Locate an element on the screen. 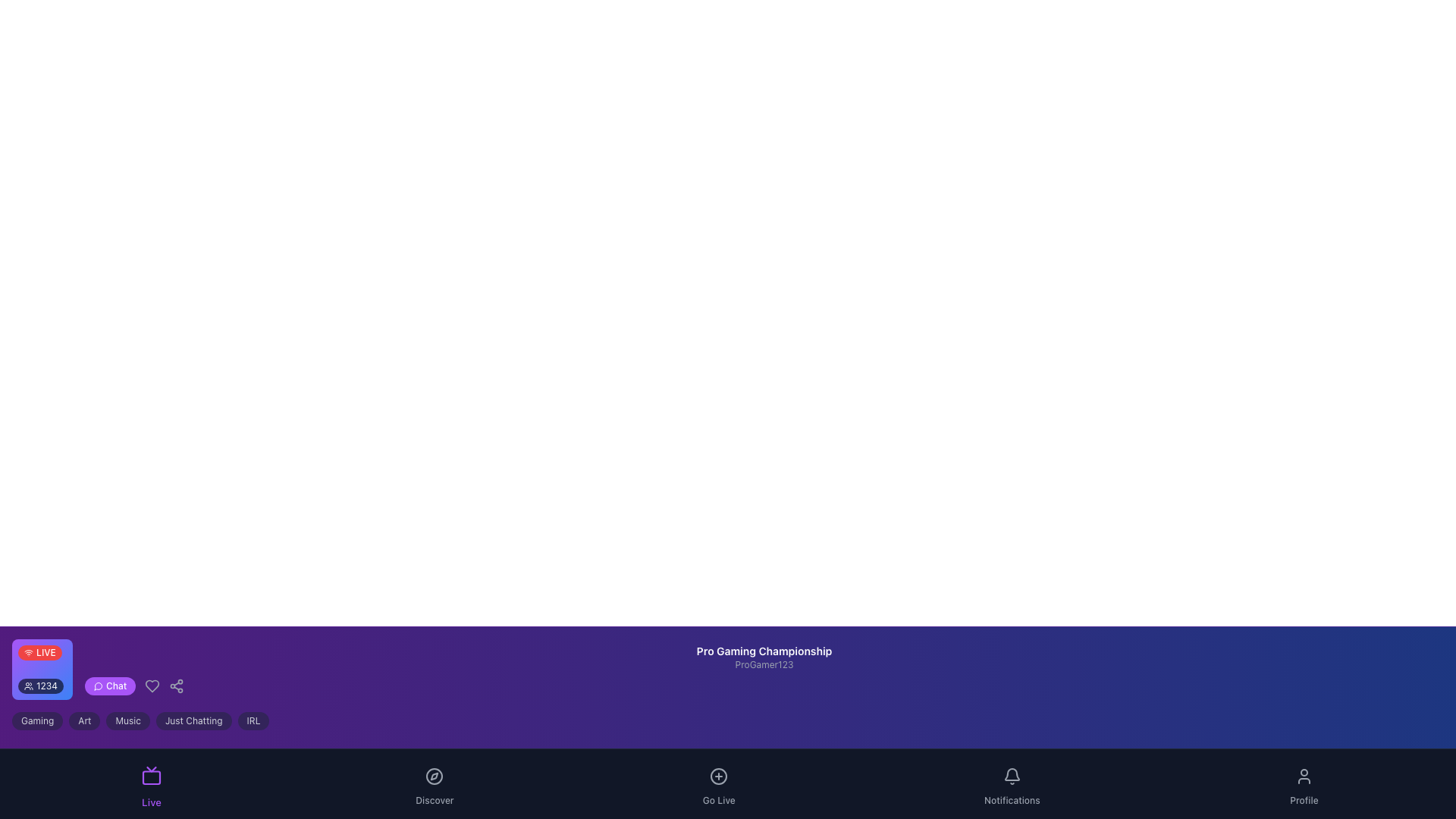 Image resolution: width=1456 pixels, height=819 pixels. the purple television-shaped icon labeled 'Live' in the bottom navigation bar is located at coordinates (152, 783).